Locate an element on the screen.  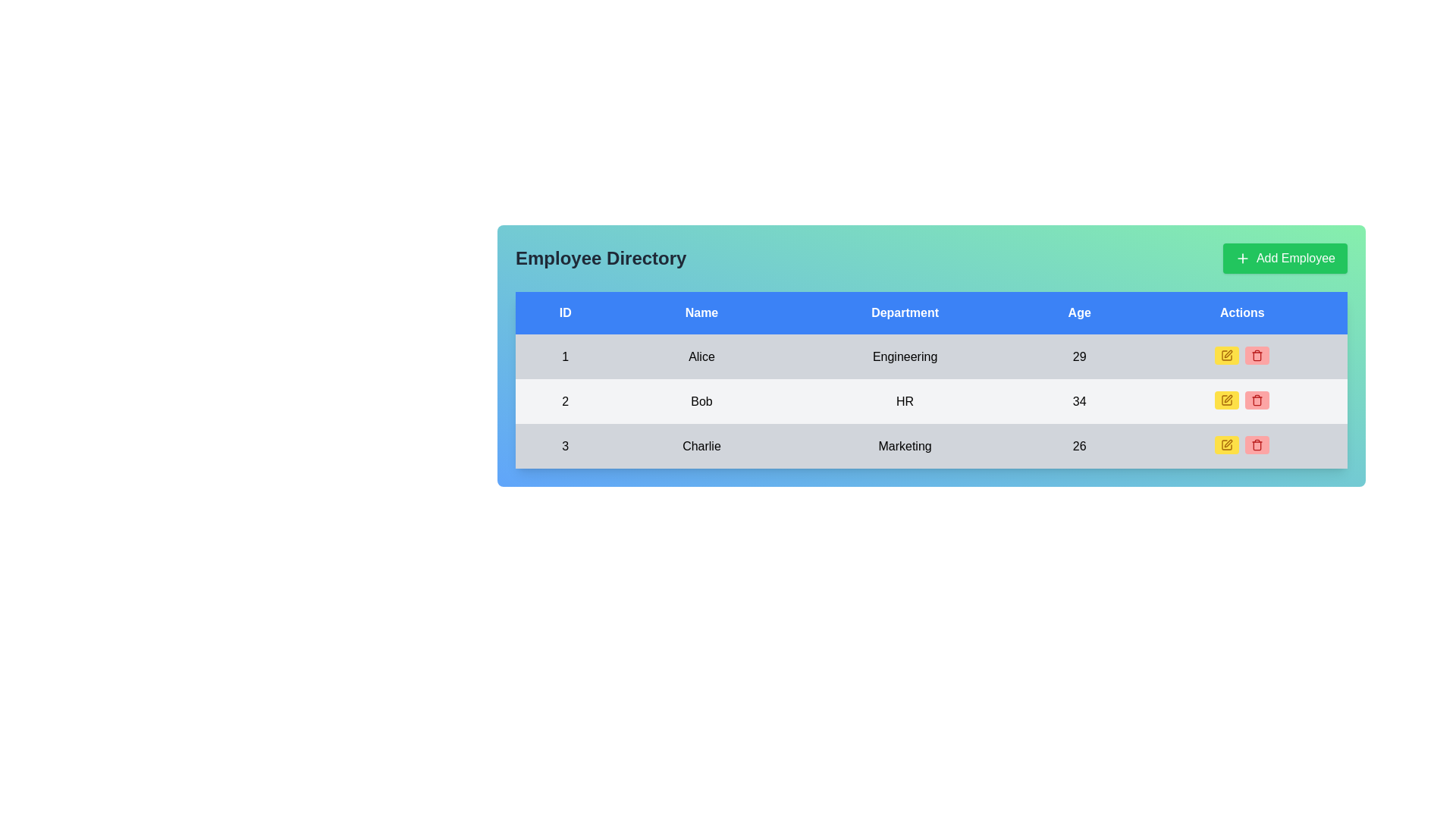
the table cell representing the age of the individual 'Bob' in the employee directory is located at coordinates (1078, 400).